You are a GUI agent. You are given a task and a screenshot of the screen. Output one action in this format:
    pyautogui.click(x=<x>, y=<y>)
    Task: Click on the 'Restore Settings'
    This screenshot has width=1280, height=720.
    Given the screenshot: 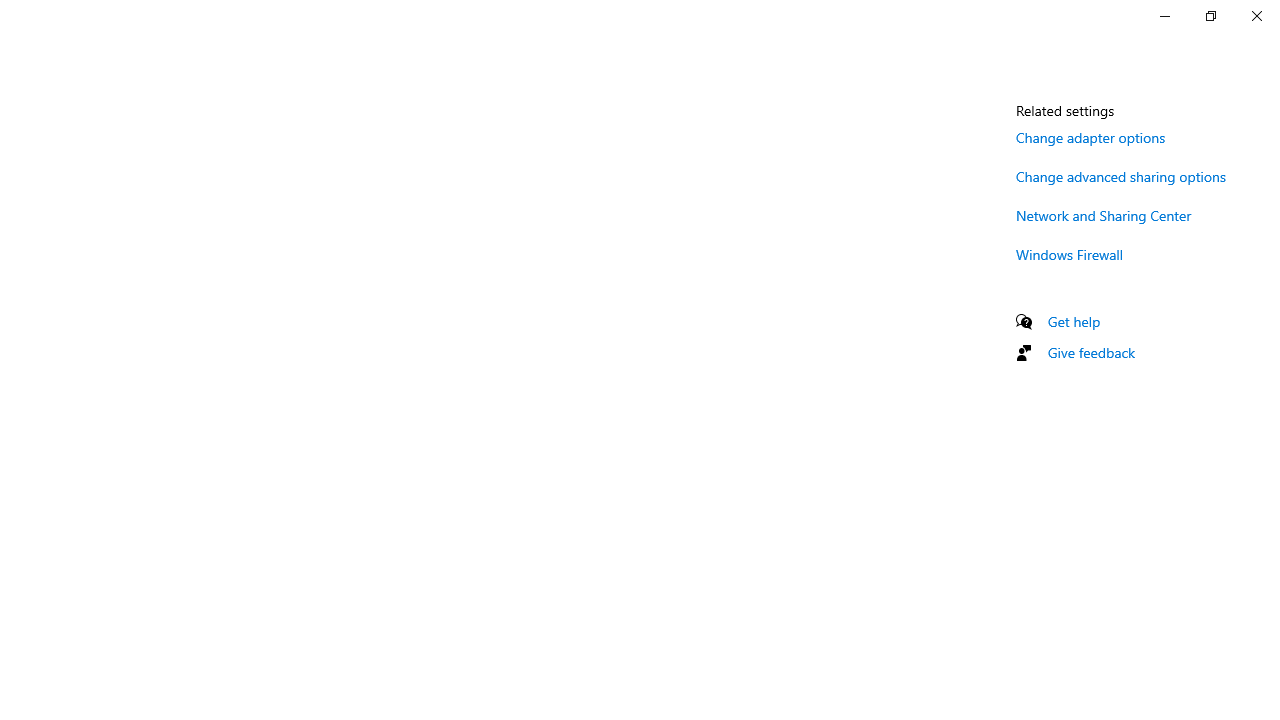 What is the action you would take?
    pyautogui.click(x=1209, y=15)
    